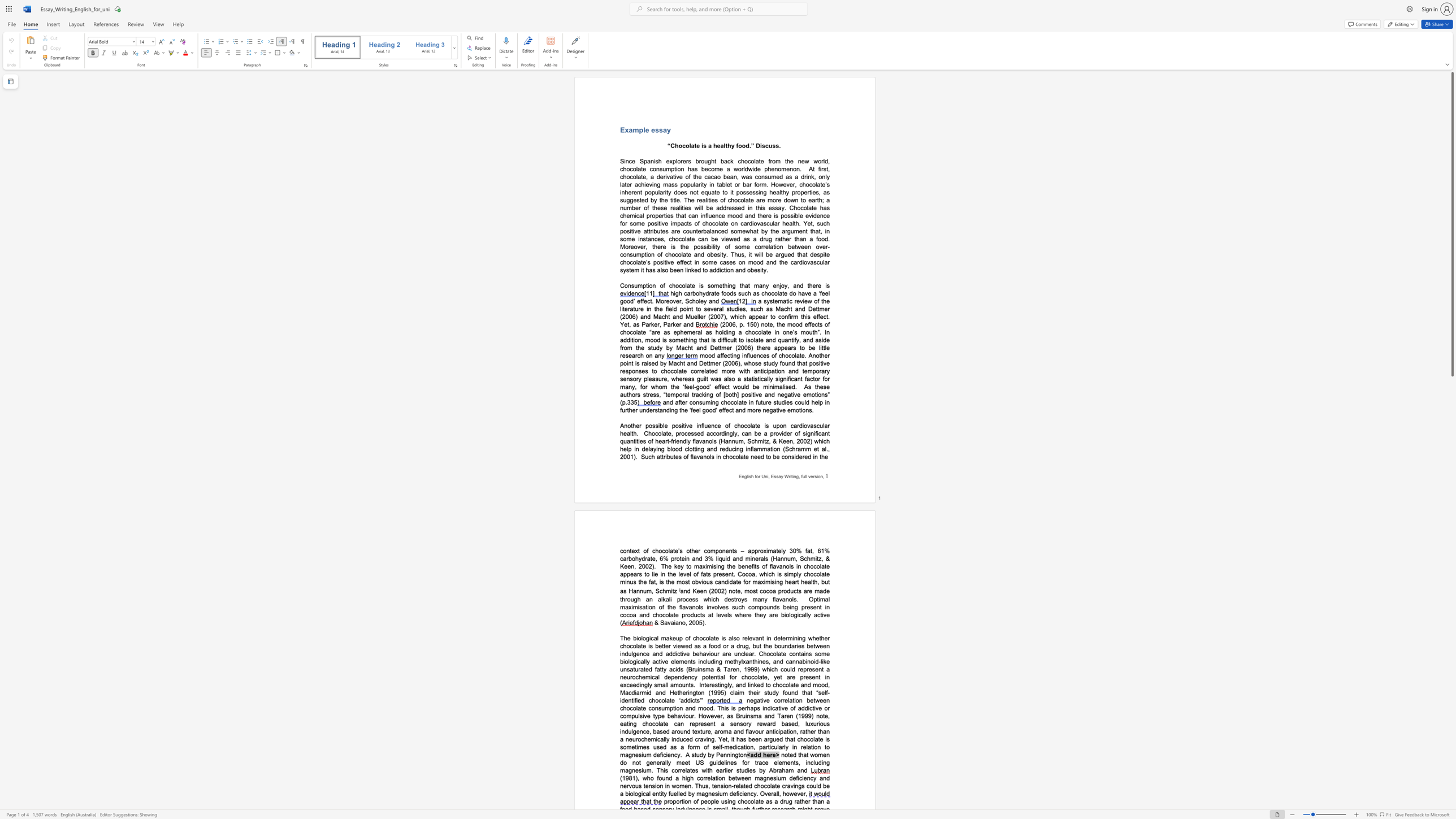 This screenshot has width=1456, height=819. What do you see at coordinates (1451, 599) in the screenshot?
I see `the right-hand scrollbar to descend the page` at bounding box center [1451, 599].